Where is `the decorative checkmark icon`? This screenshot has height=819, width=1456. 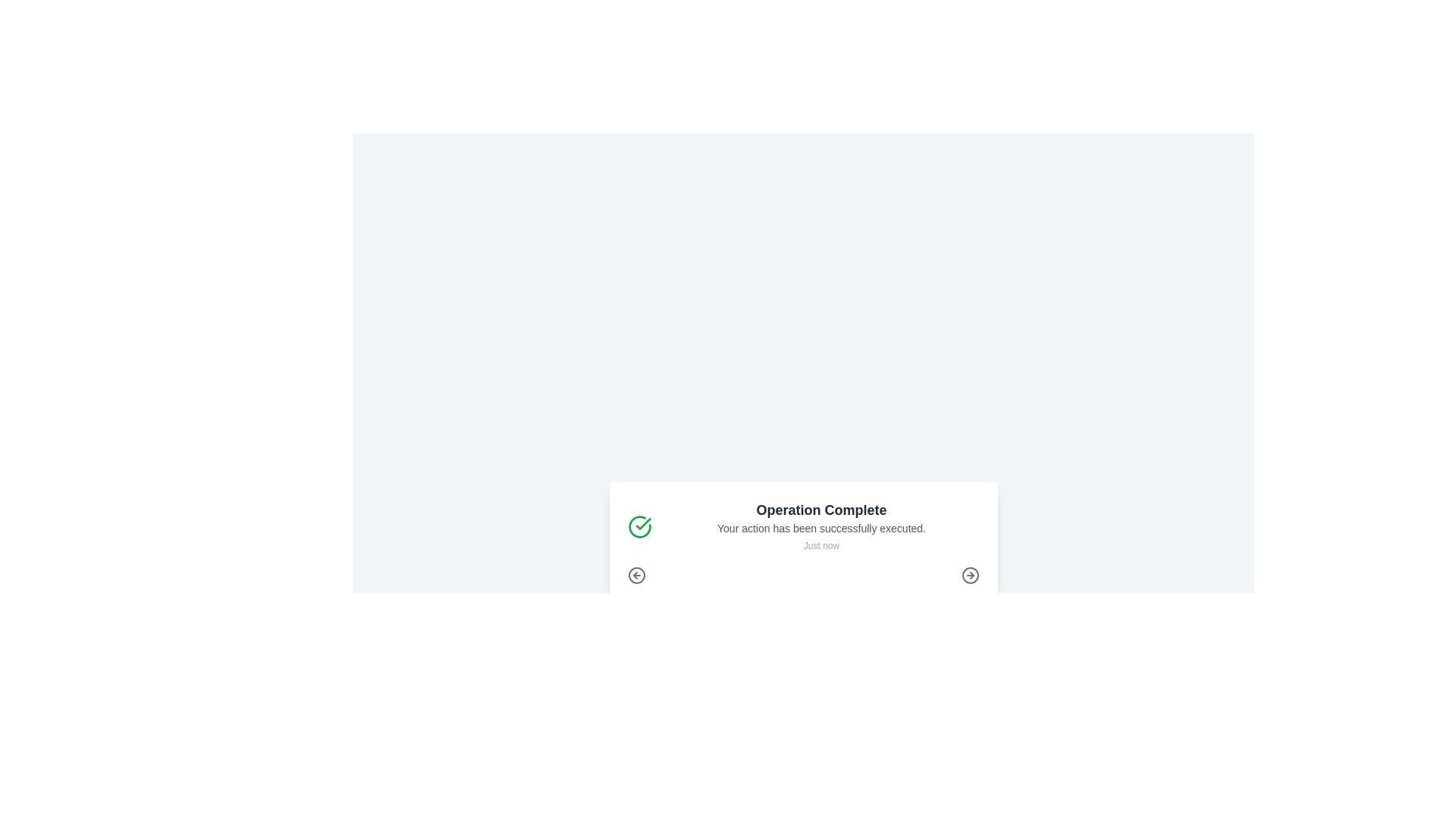
the decorative checkmark icon is located at coordinates (639, 526).